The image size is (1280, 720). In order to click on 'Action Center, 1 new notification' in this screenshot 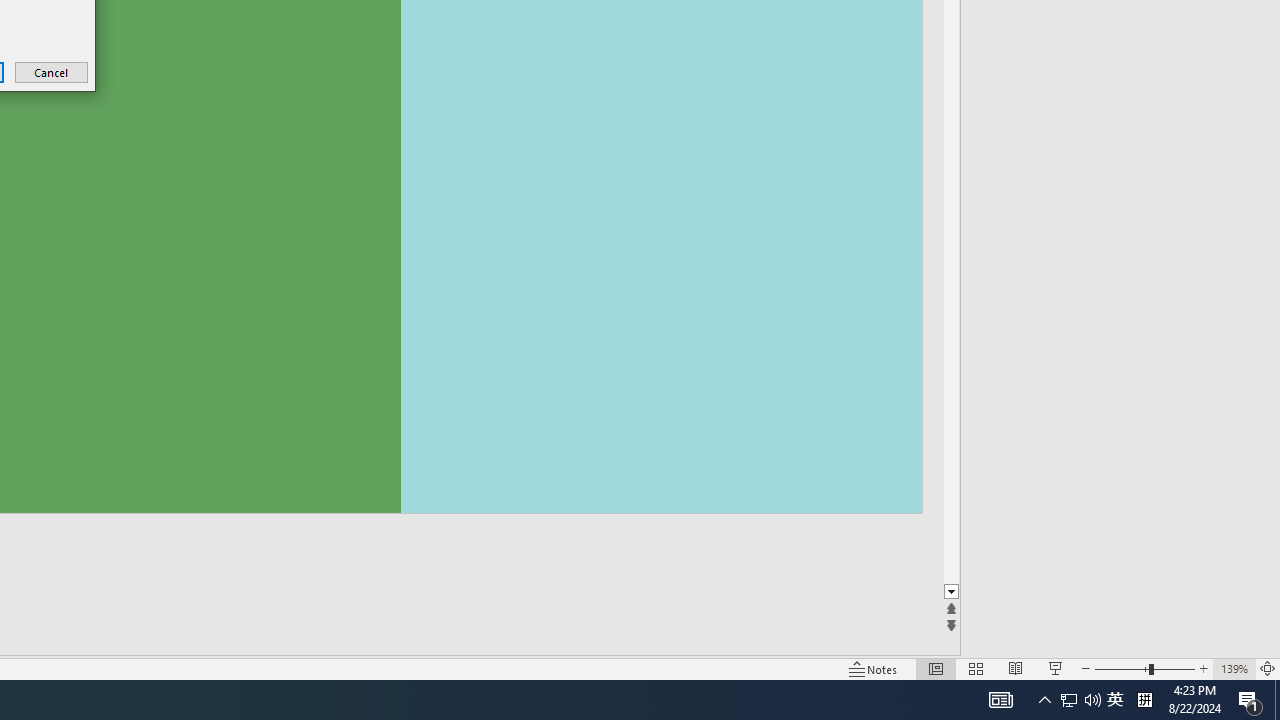, I will do `click(1250, 698)`.